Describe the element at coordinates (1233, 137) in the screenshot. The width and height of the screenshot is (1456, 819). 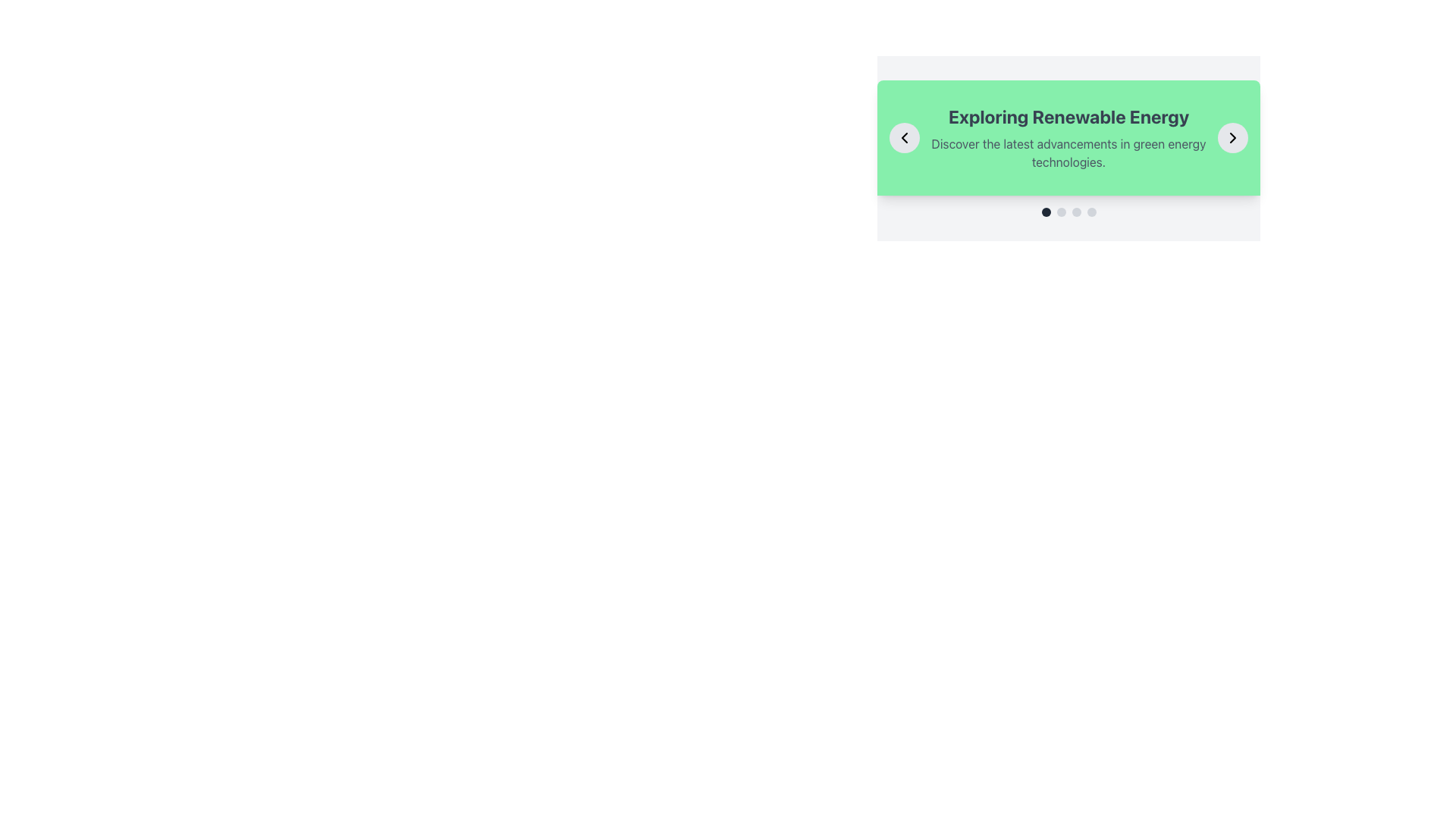
I see `the circular button with a gray background containing a black arrow icon pointing to the right, located at the right-hand side of the green card titled 'Exploring Renewable Energy'` at that location.